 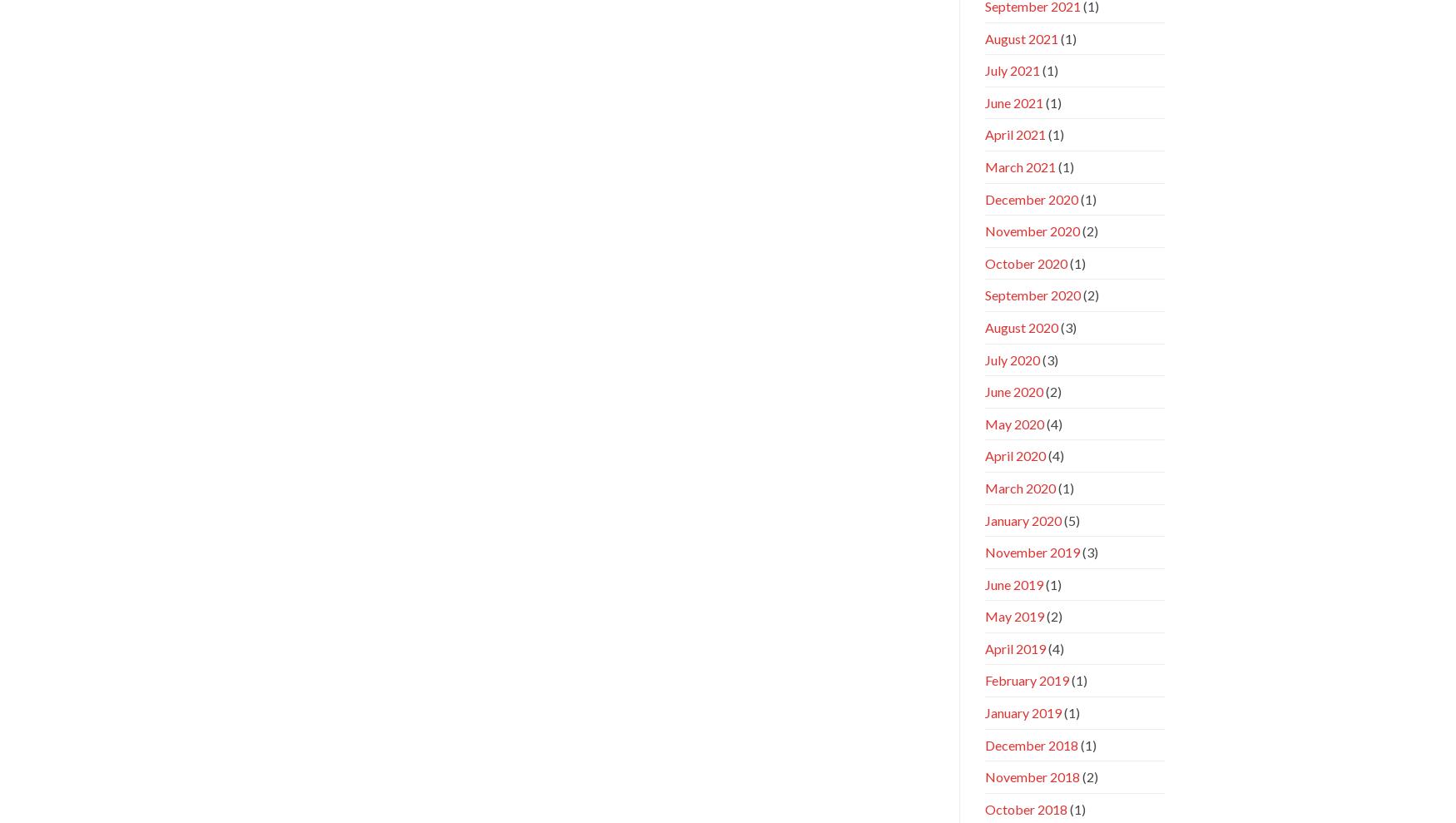 I want to click on 'March 2021', so click(x=1019, y=166).